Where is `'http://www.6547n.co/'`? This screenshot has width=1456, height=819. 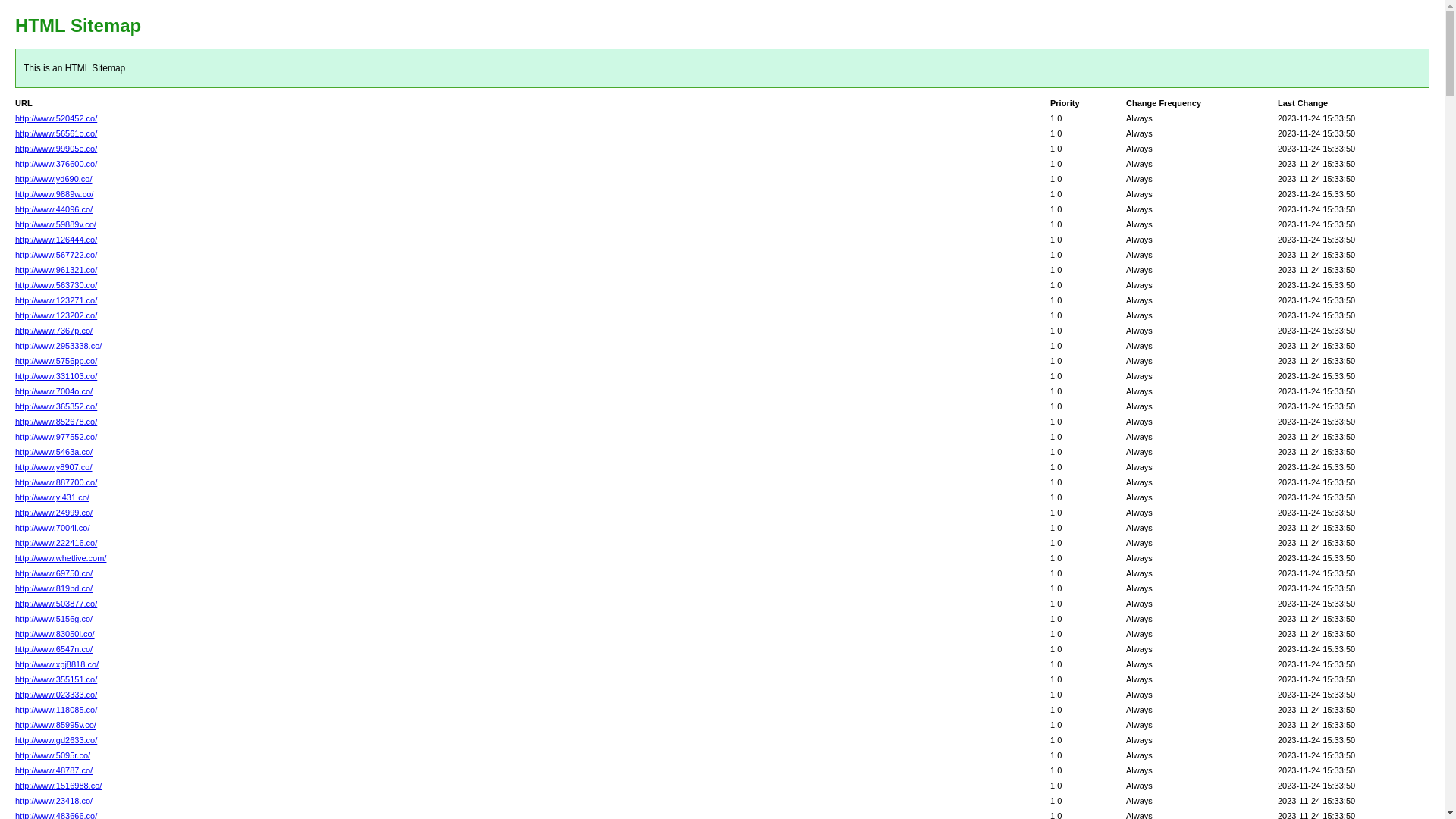 'http://www.6547n.co/' is located at coordinates (54, 648).